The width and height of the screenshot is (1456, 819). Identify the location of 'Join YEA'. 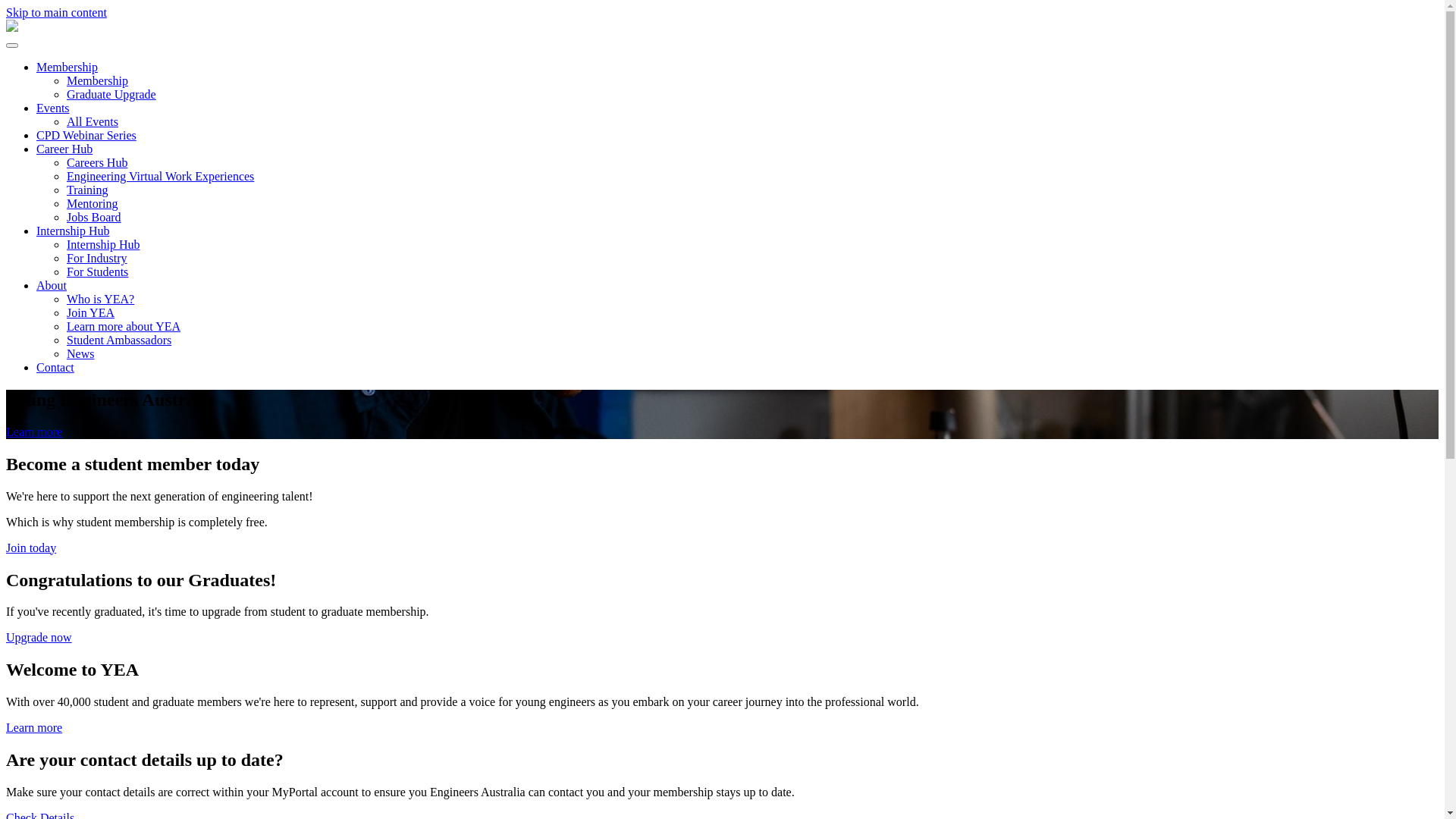
(89, 312).